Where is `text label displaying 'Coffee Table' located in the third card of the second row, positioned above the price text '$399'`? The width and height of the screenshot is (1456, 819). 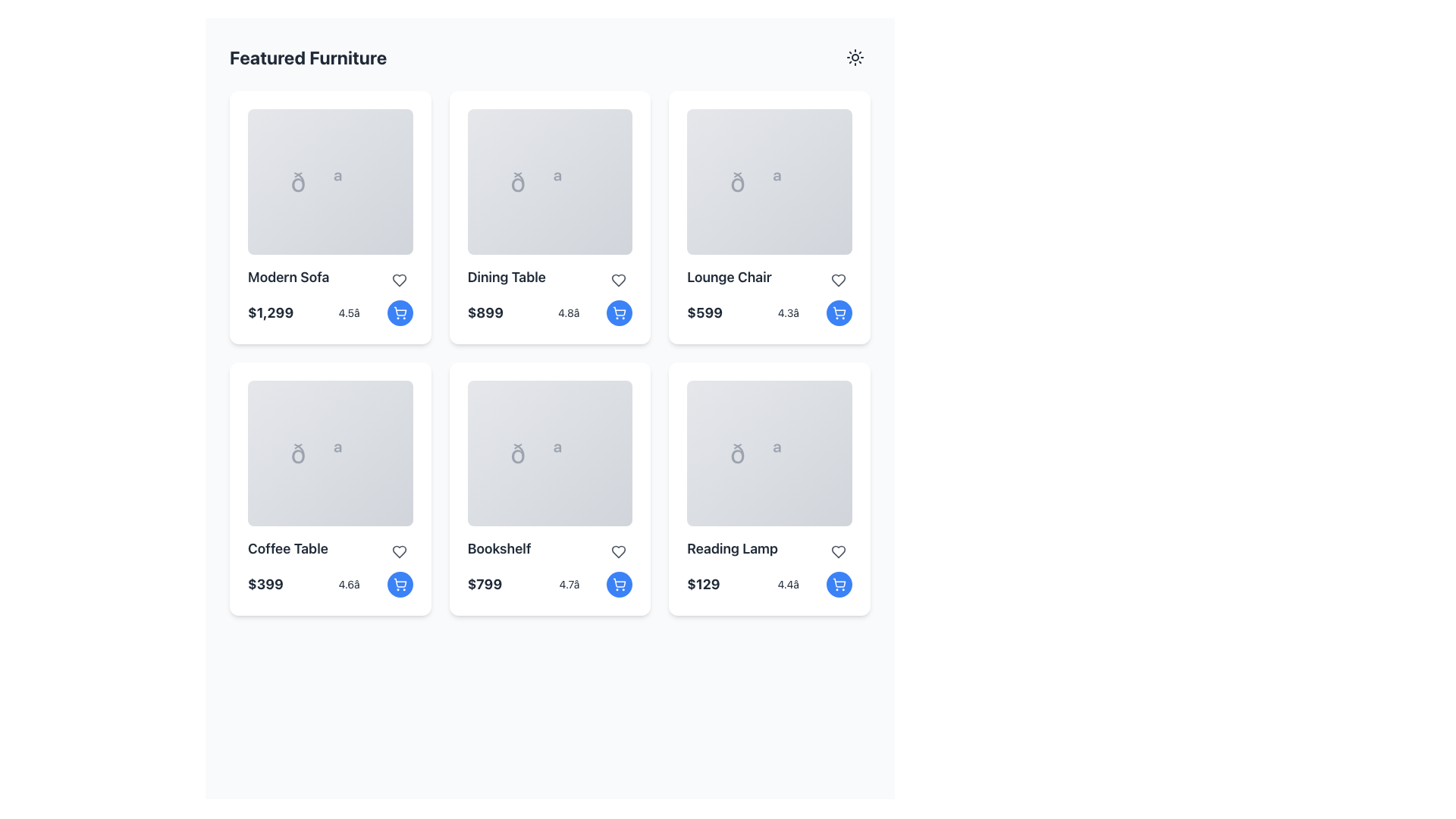
text label displaying 'Coffee Table' located in the third card of the second row, positioned above the price text '$399' is located at coordinates (287, 549).